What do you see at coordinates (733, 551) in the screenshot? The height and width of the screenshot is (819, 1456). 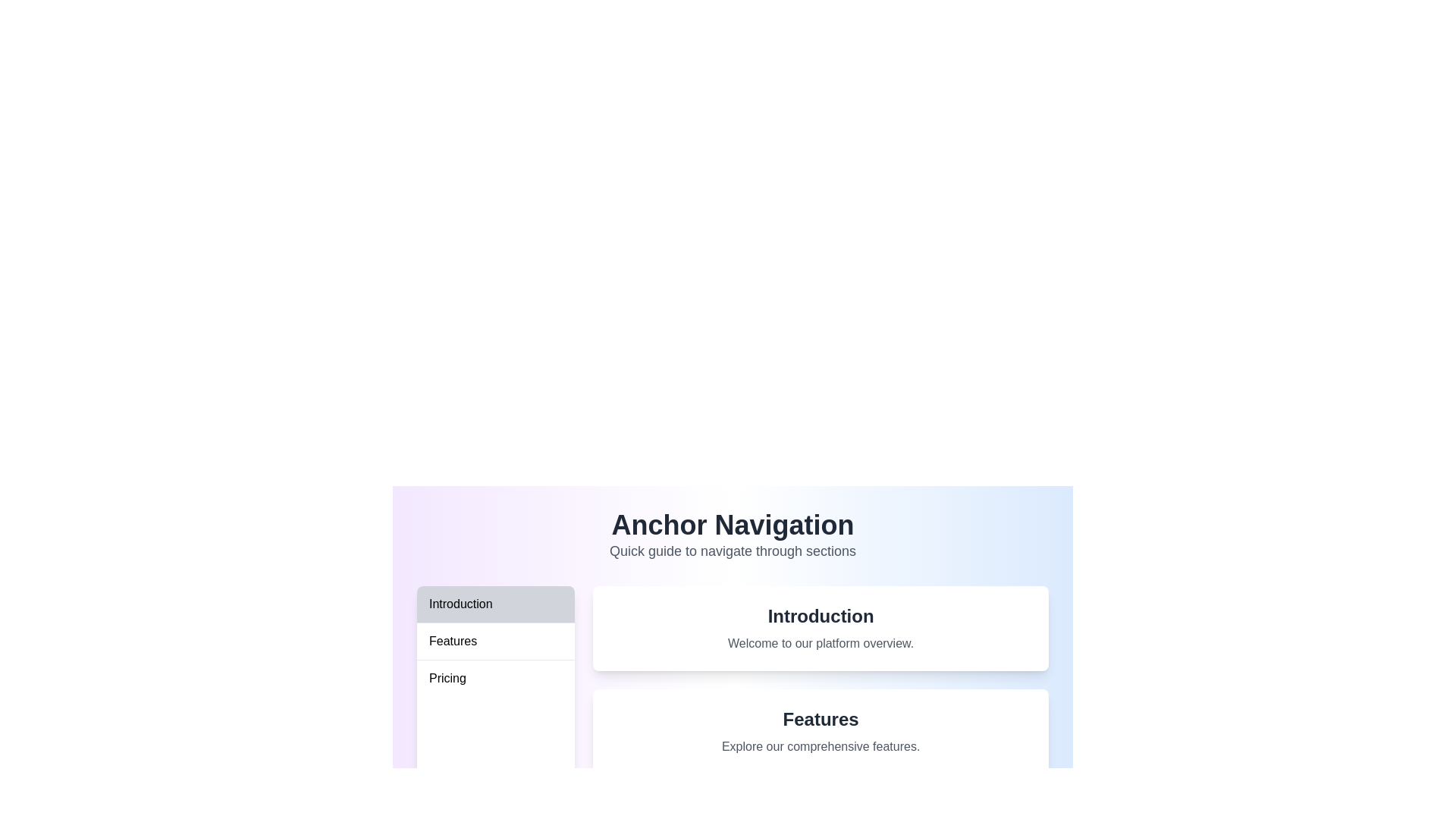 I see `the text element reading 'Quick guide to navigate through sections', which is styled in gray and positioned below the heading 'Anchor Navigation'` at bounding box center [733, 551].